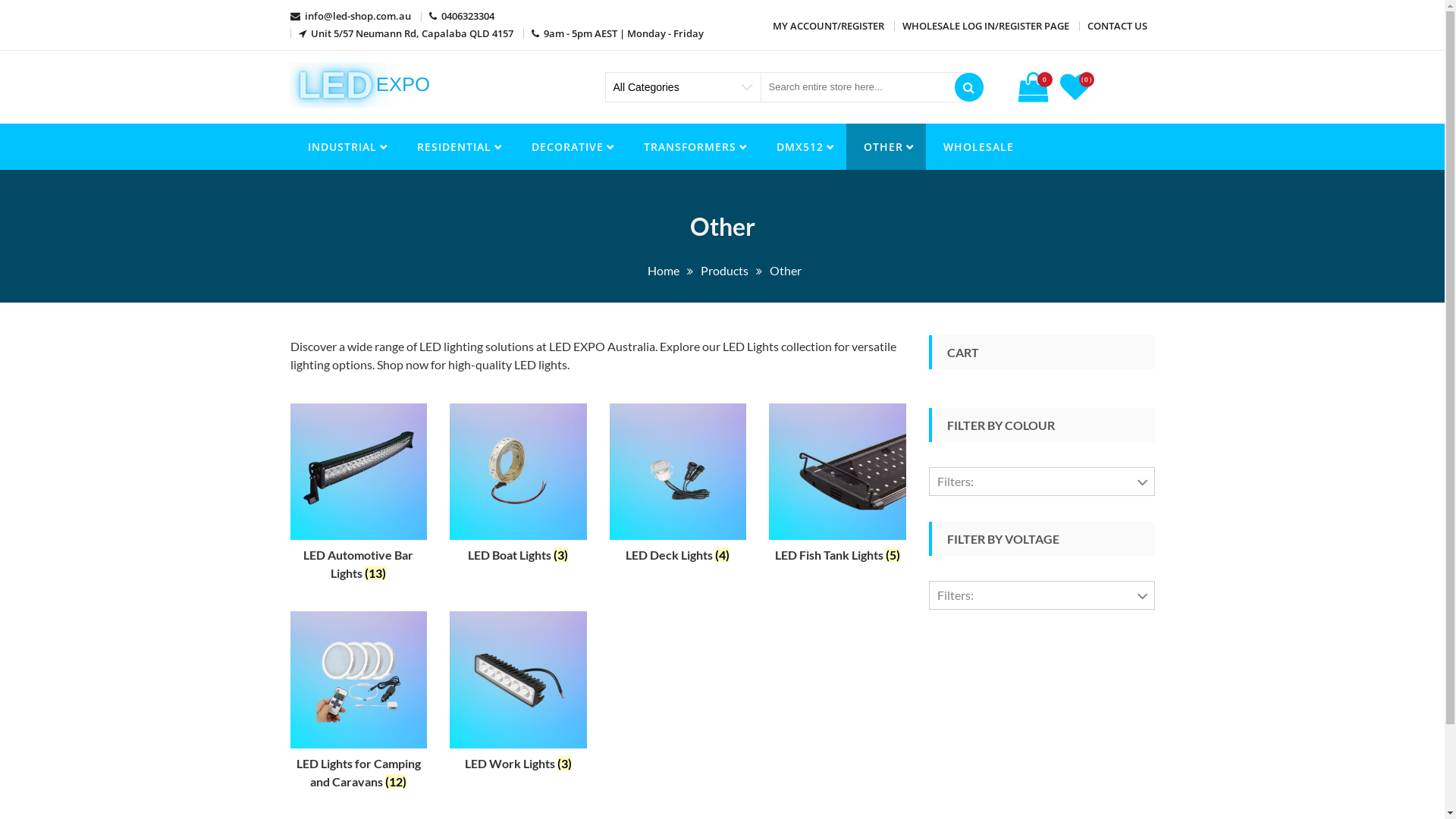 This screenshot has width=1456, height=819. Describe the element at coordinates (1040, 595) in the screenshot. I see `'Filters:'` at that location.